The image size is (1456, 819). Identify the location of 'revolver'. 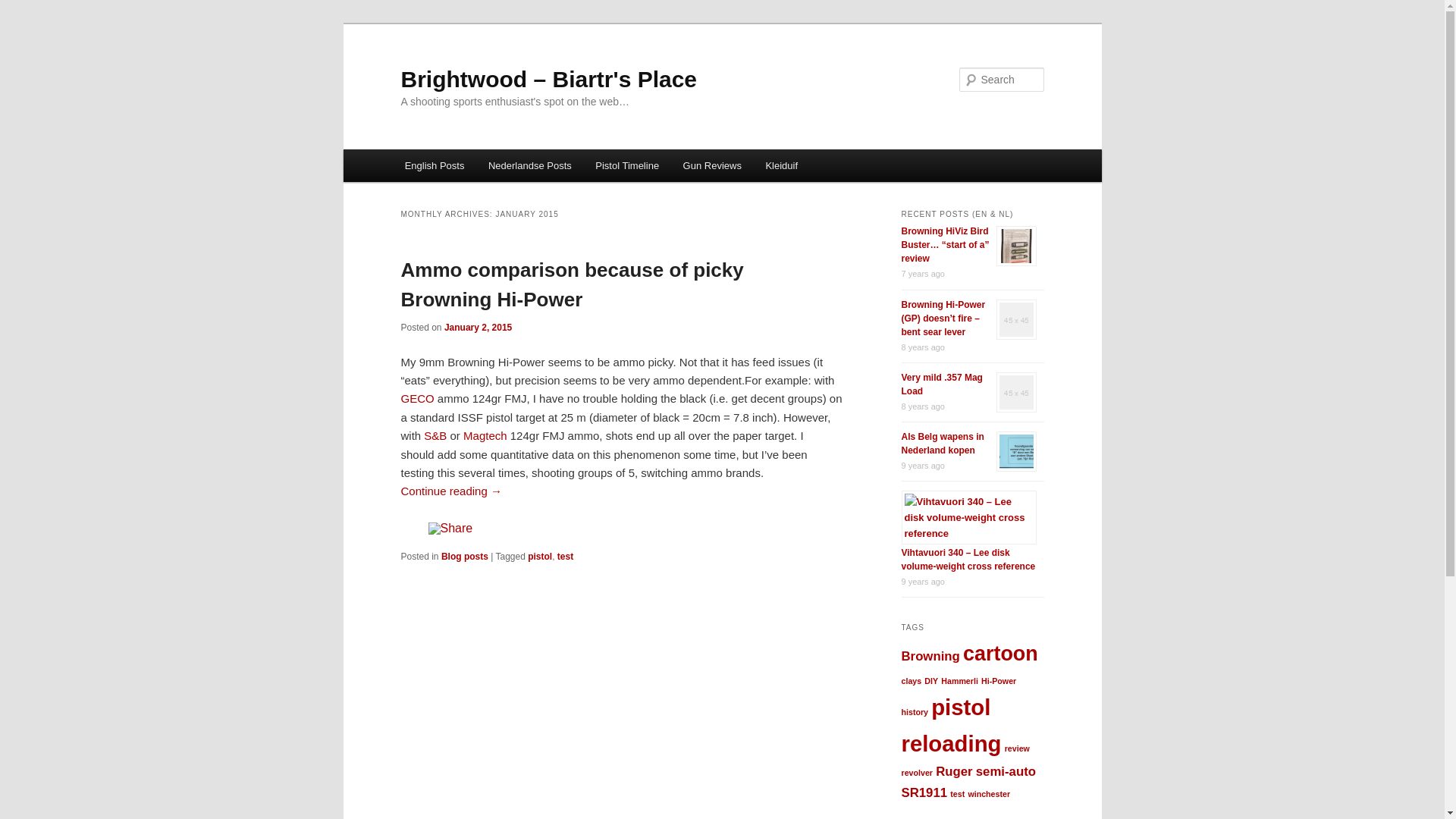
(901, 772).